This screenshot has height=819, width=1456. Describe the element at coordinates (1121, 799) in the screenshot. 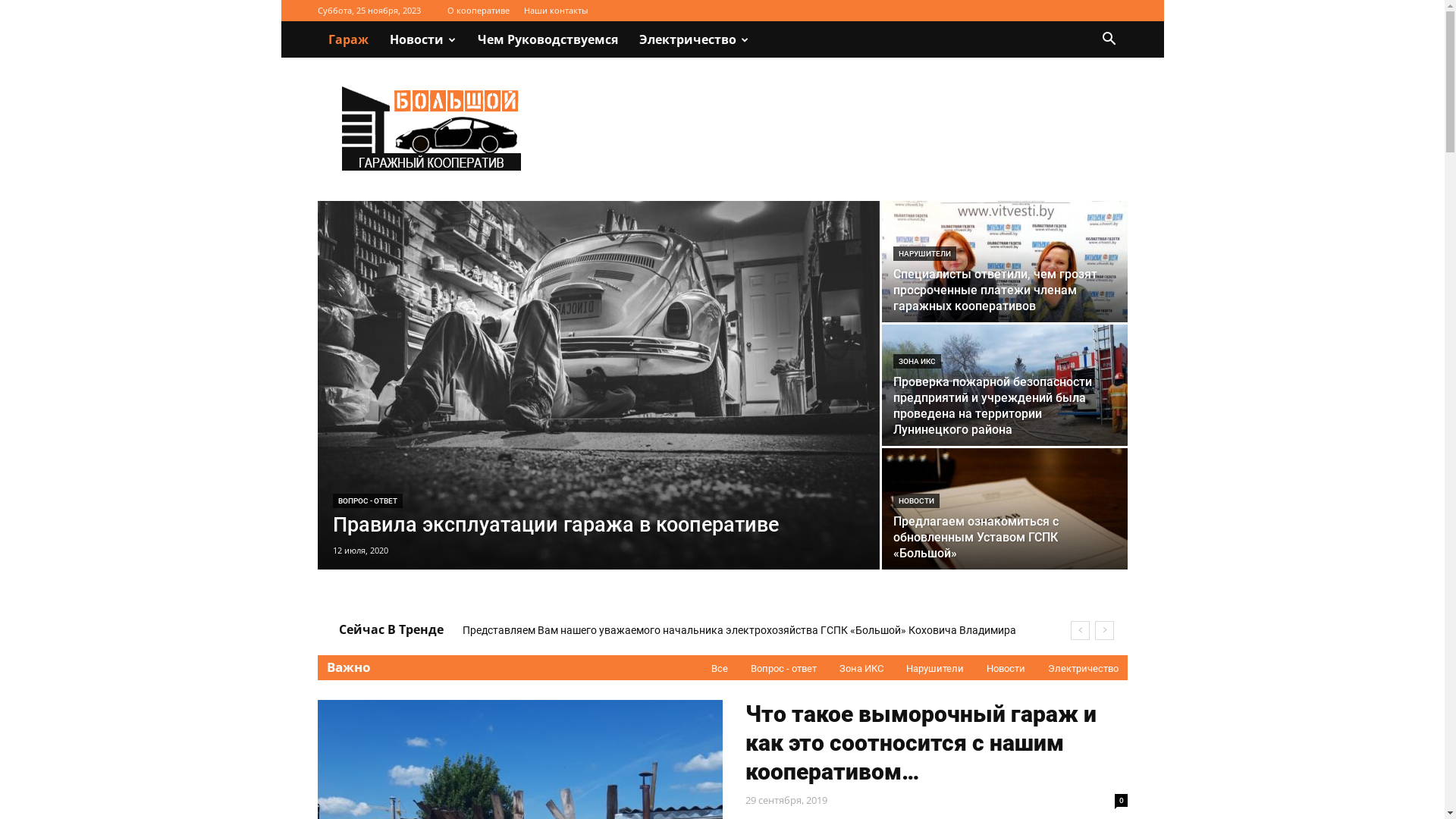

I see `'0'` at that location.